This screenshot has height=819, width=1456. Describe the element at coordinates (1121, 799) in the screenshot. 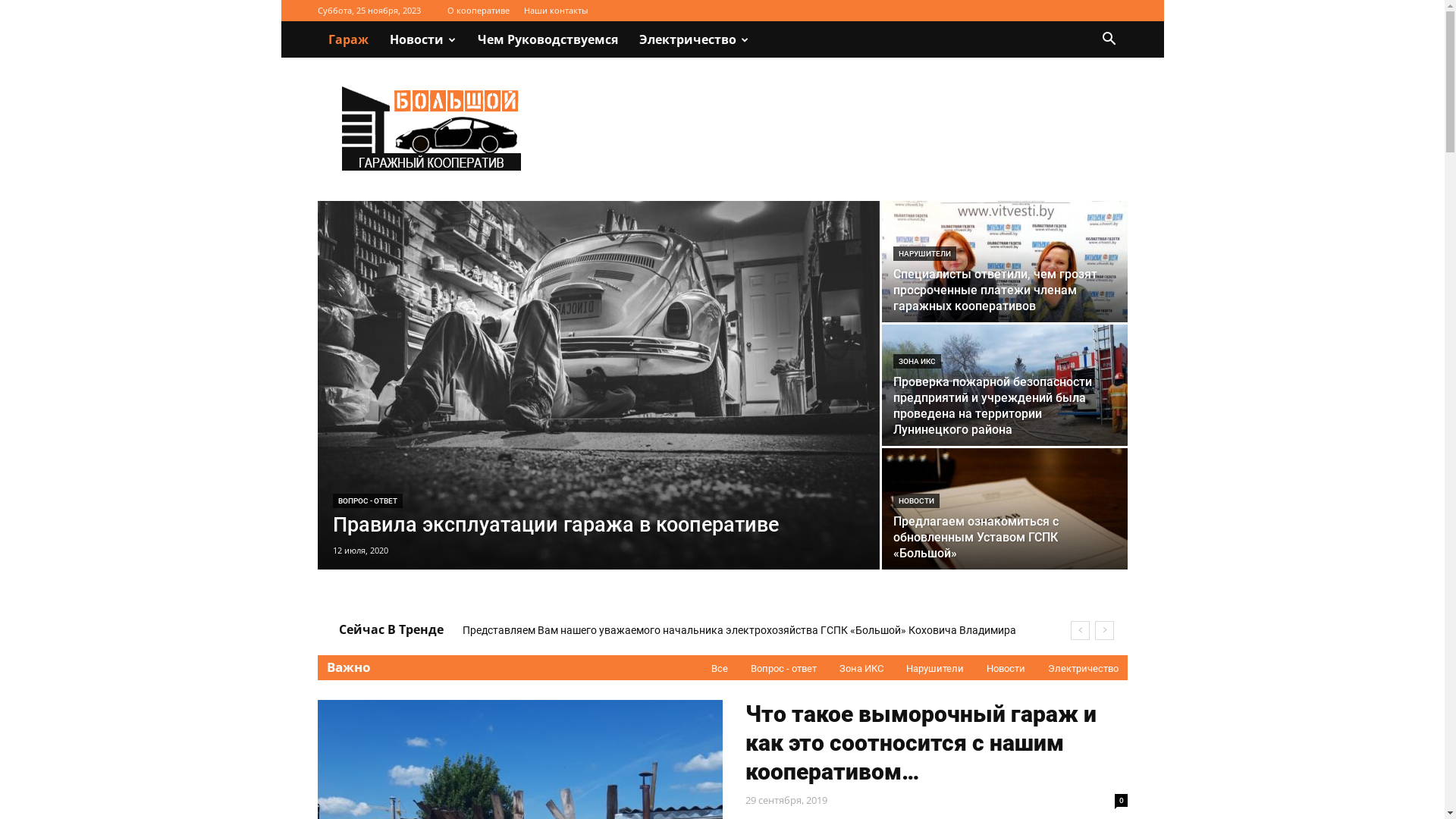

I see `'0'` at that location.